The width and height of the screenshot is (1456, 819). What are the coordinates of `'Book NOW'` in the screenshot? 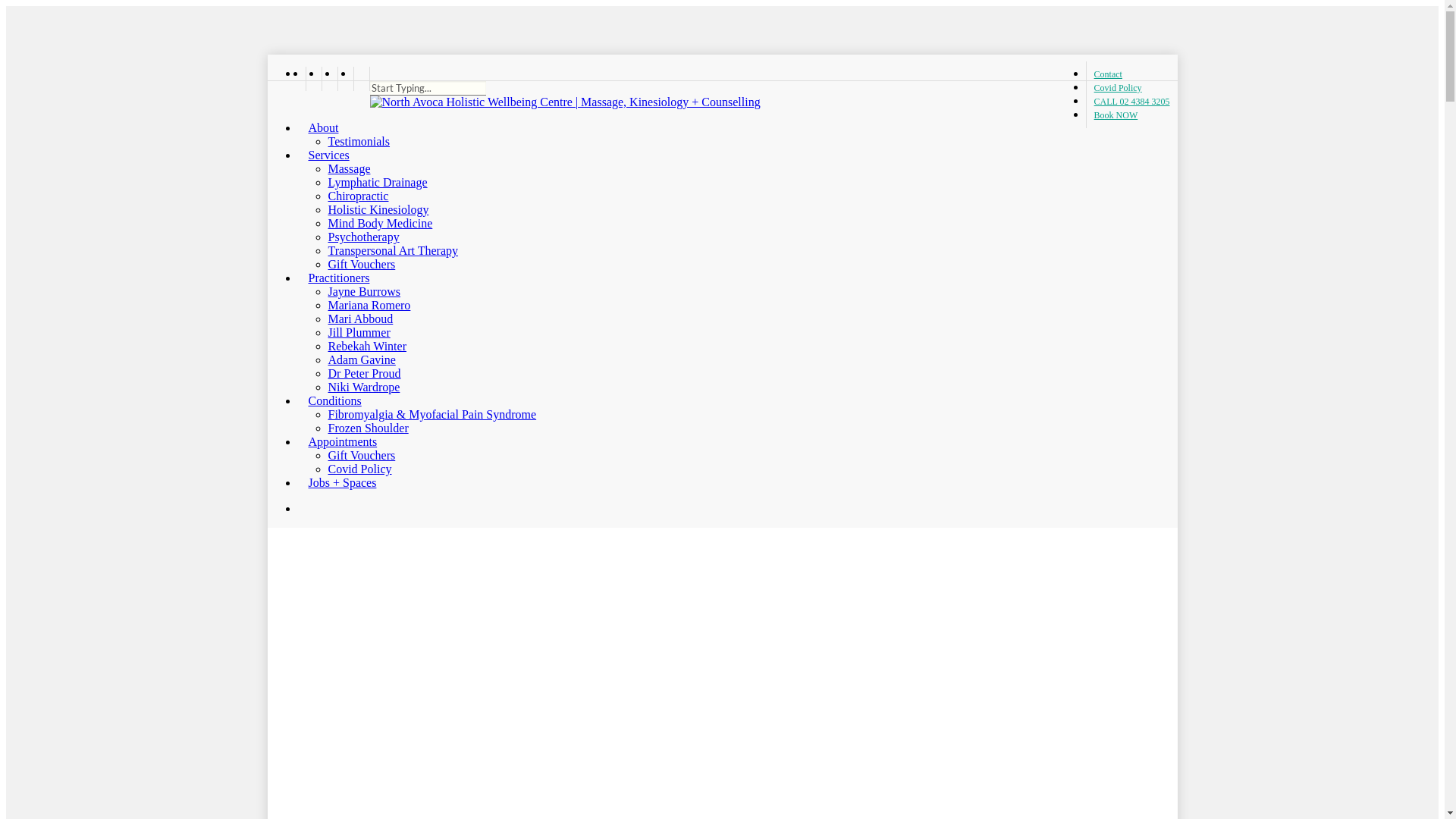 It's located at (1112, 114).